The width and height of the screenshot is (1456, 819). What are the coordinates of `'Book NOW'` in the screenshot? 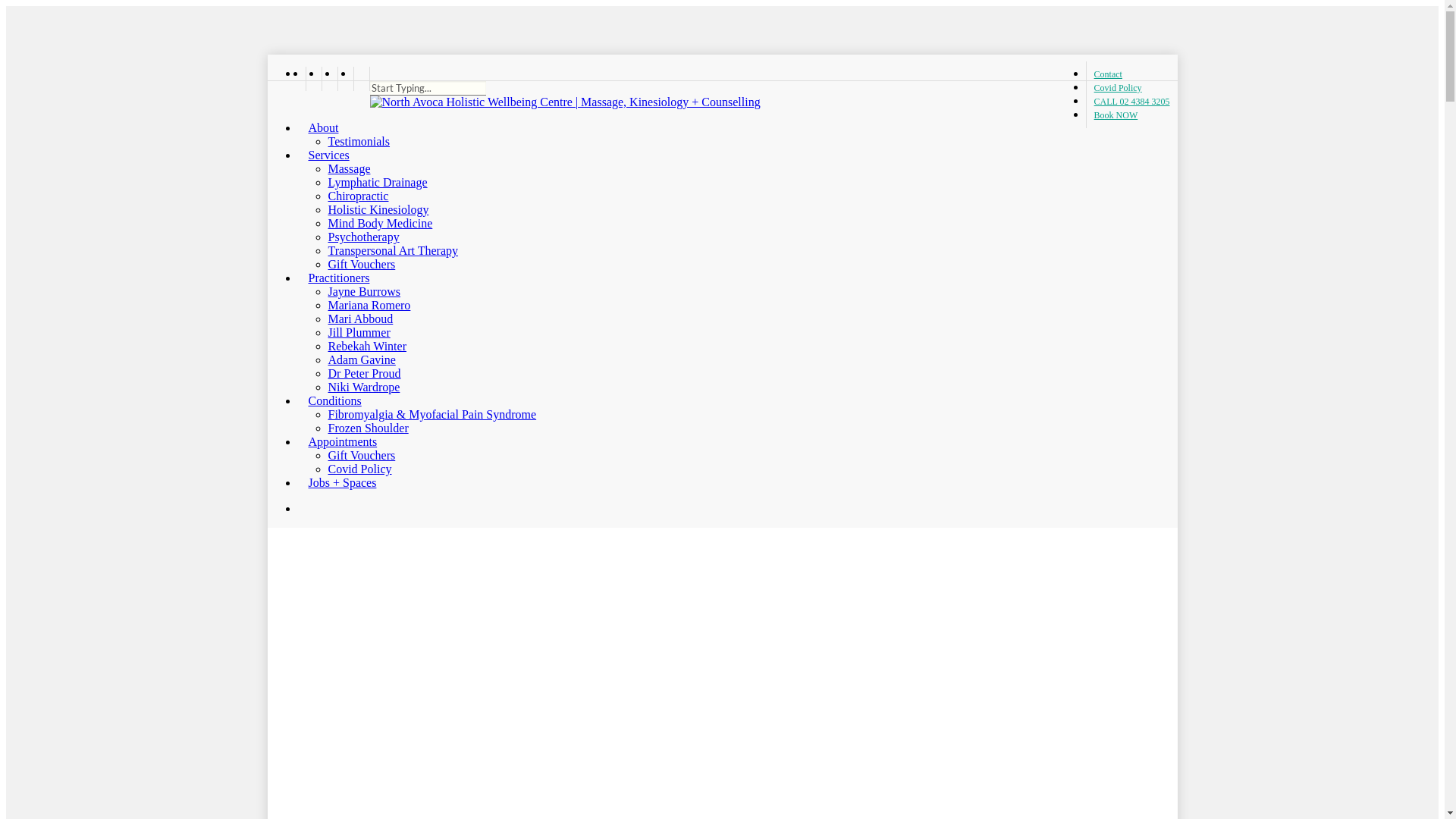 It's located at (1112, 114).